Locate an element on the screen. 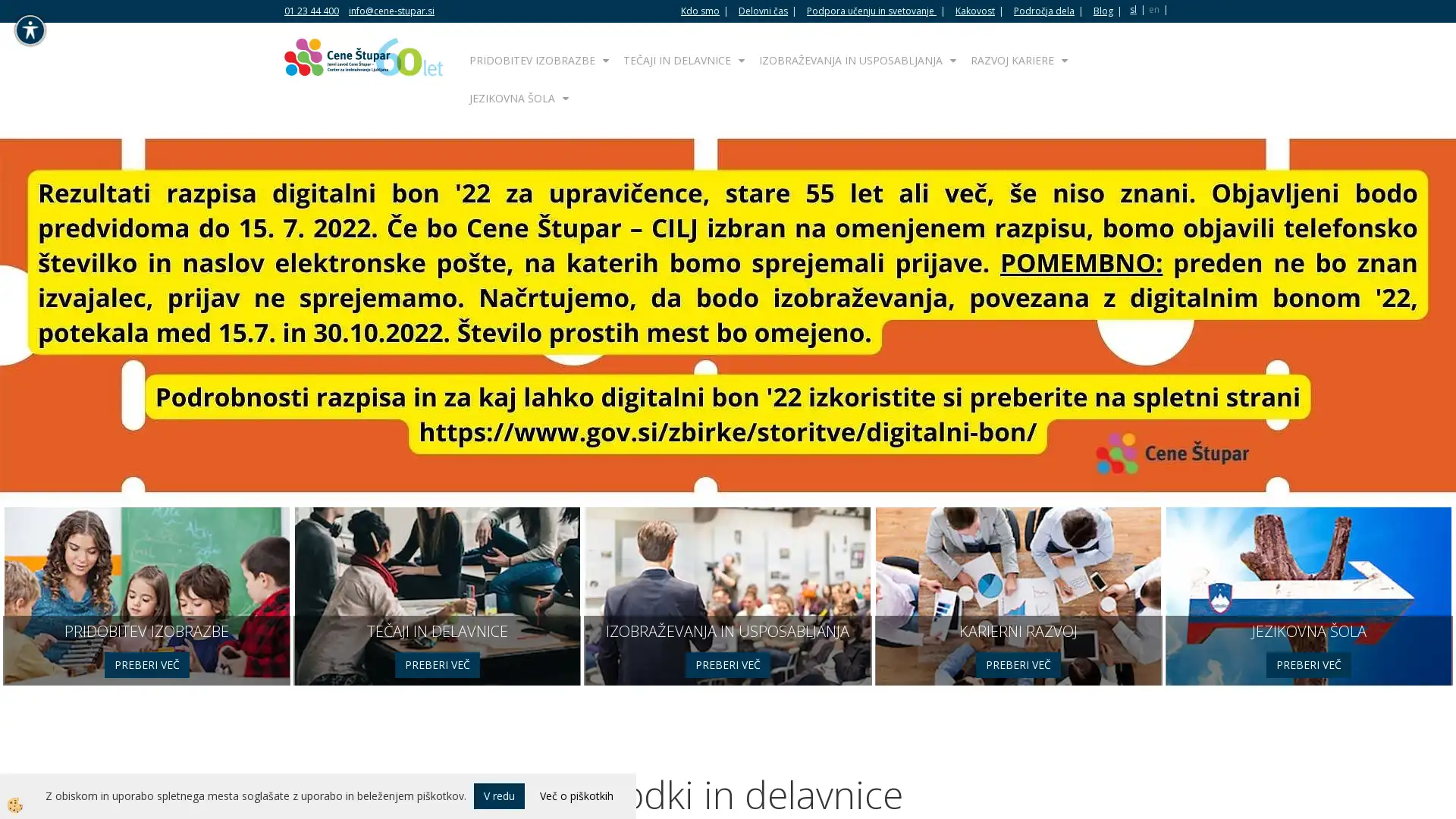 Image resolution: width=1456 pixels, height=819 pixels. Prijava is located at coordinates (728, 550).